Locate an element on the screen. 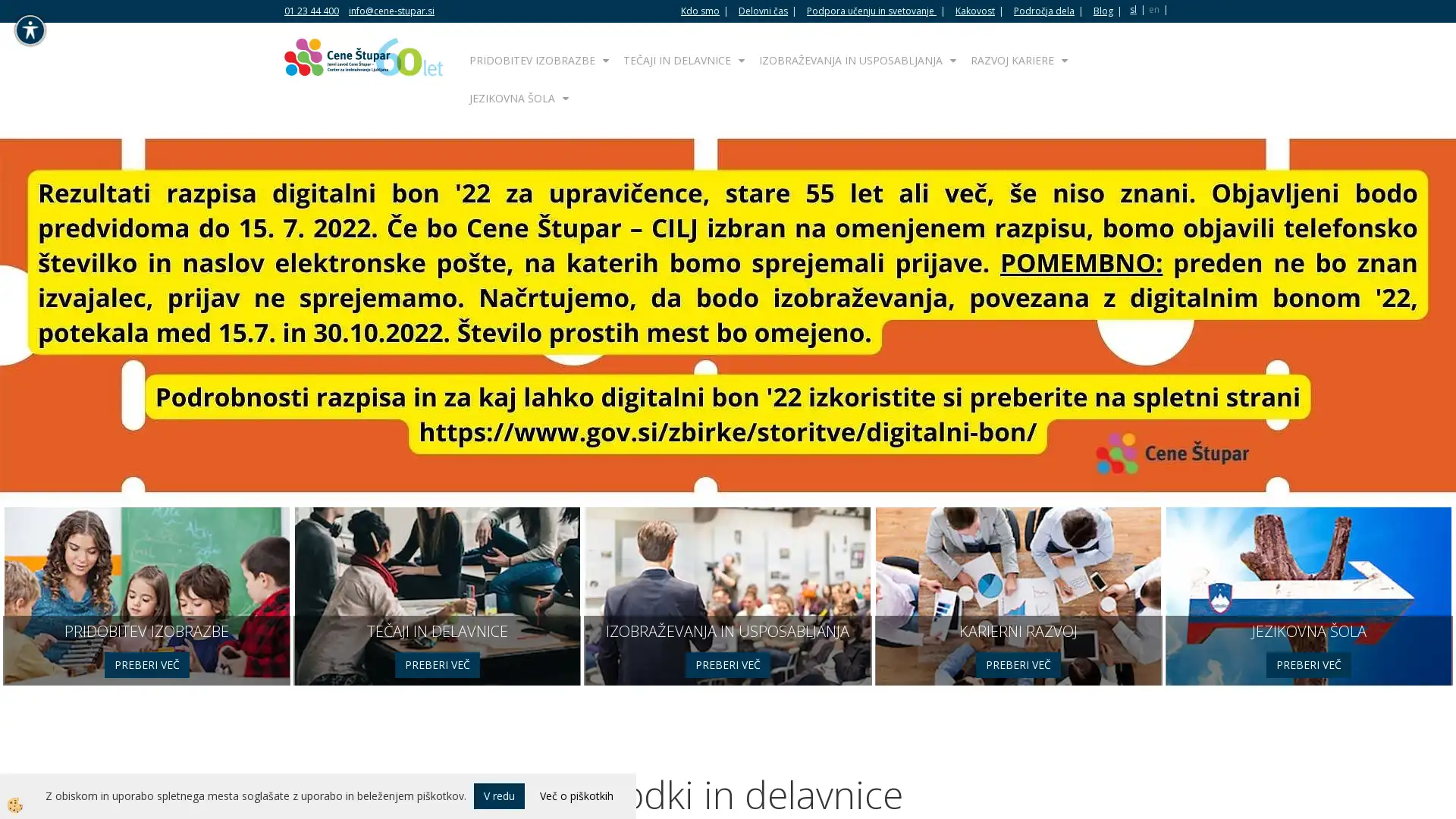 Image resolution: width=1456 pixels, height=819 pixels. Prijava is located at coordinates (728, 550).